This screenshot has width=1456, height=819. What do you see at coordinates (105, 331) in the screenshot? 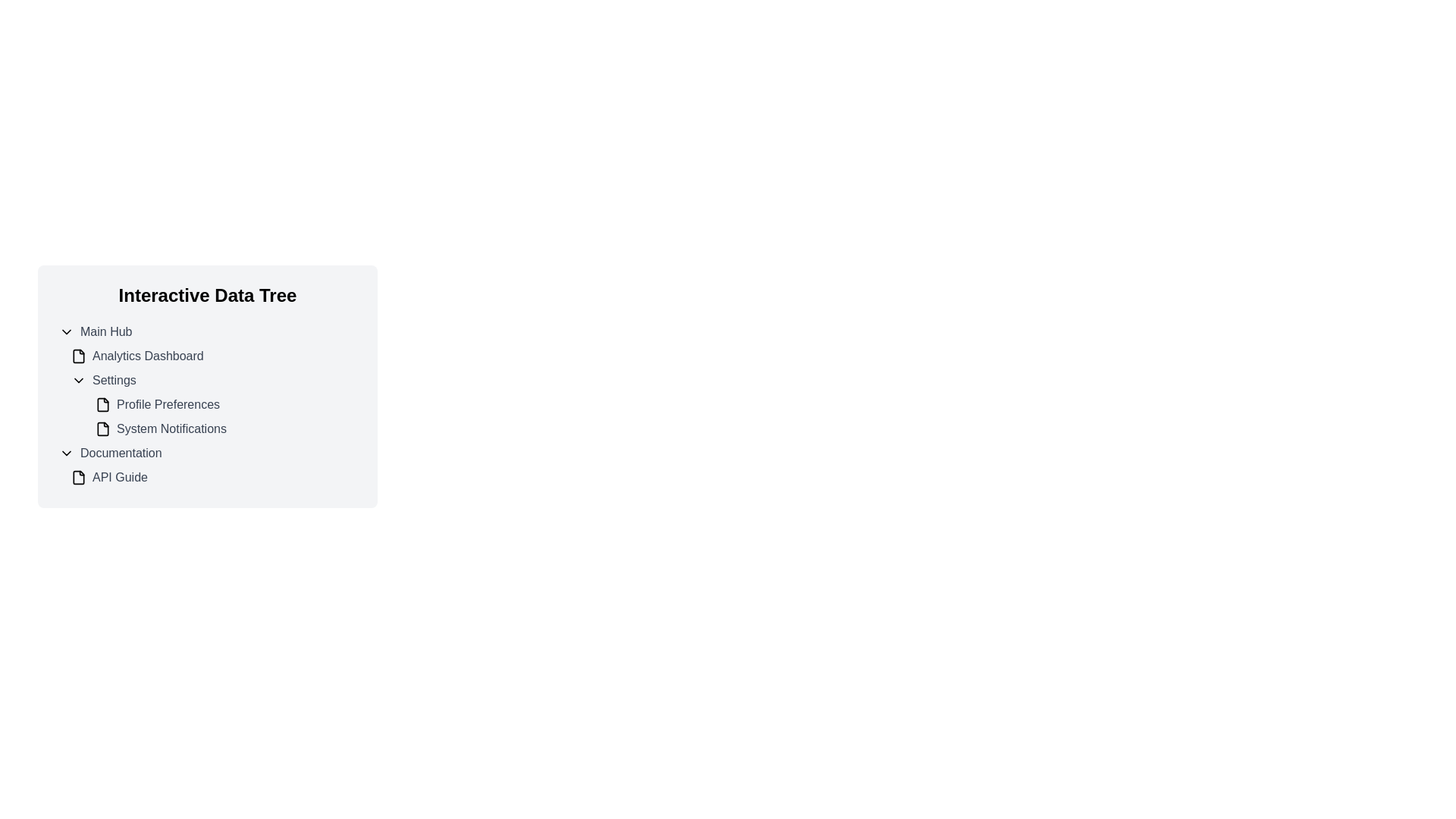
I see `the 'Main Hub' text label with a gray font color` at bounding box center [105, 331].